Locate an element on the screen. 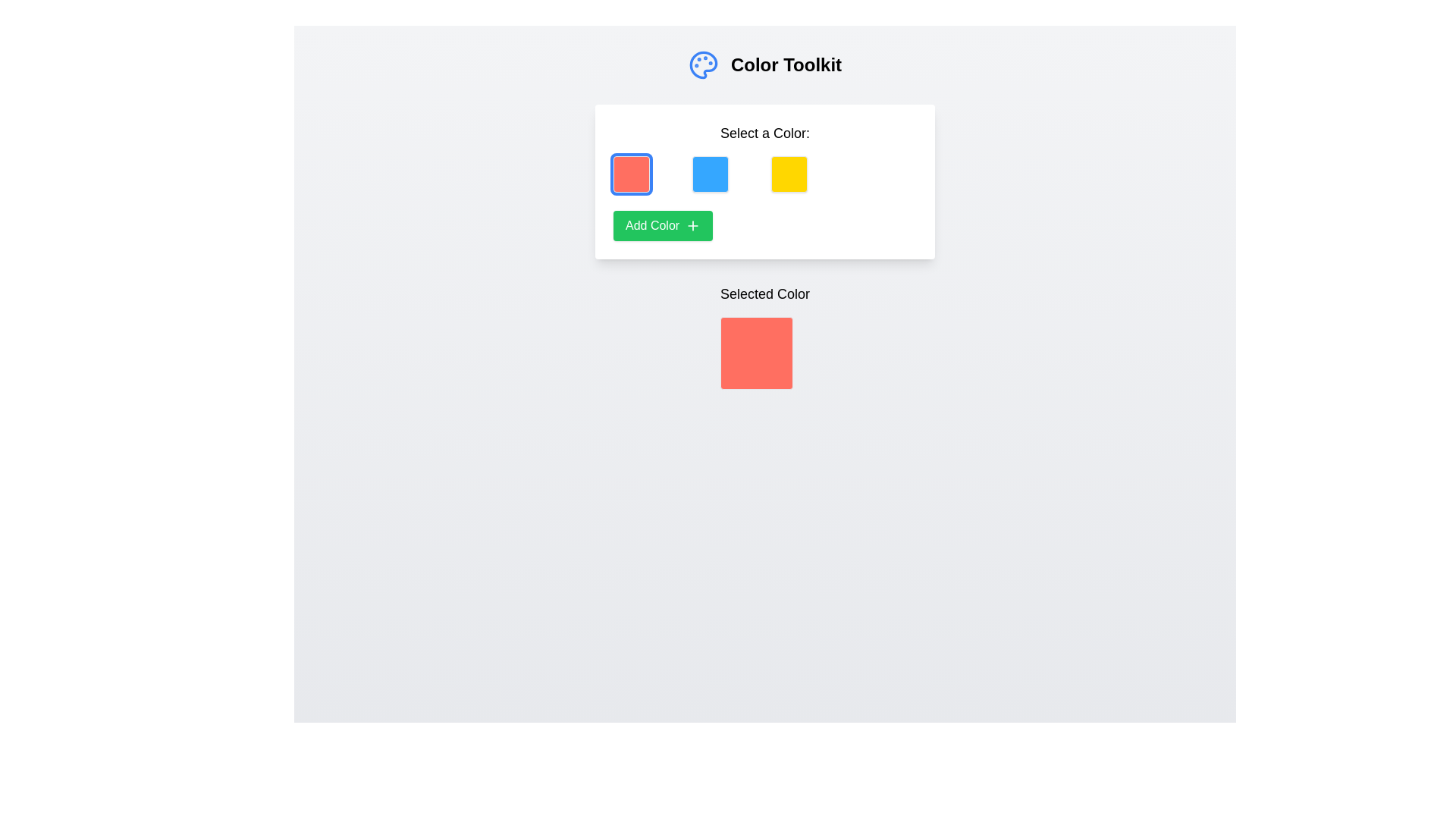  the blue square button with rounded corners, which is the second element in a horizontal grid of four buttons is located at coordinates (709, 174).